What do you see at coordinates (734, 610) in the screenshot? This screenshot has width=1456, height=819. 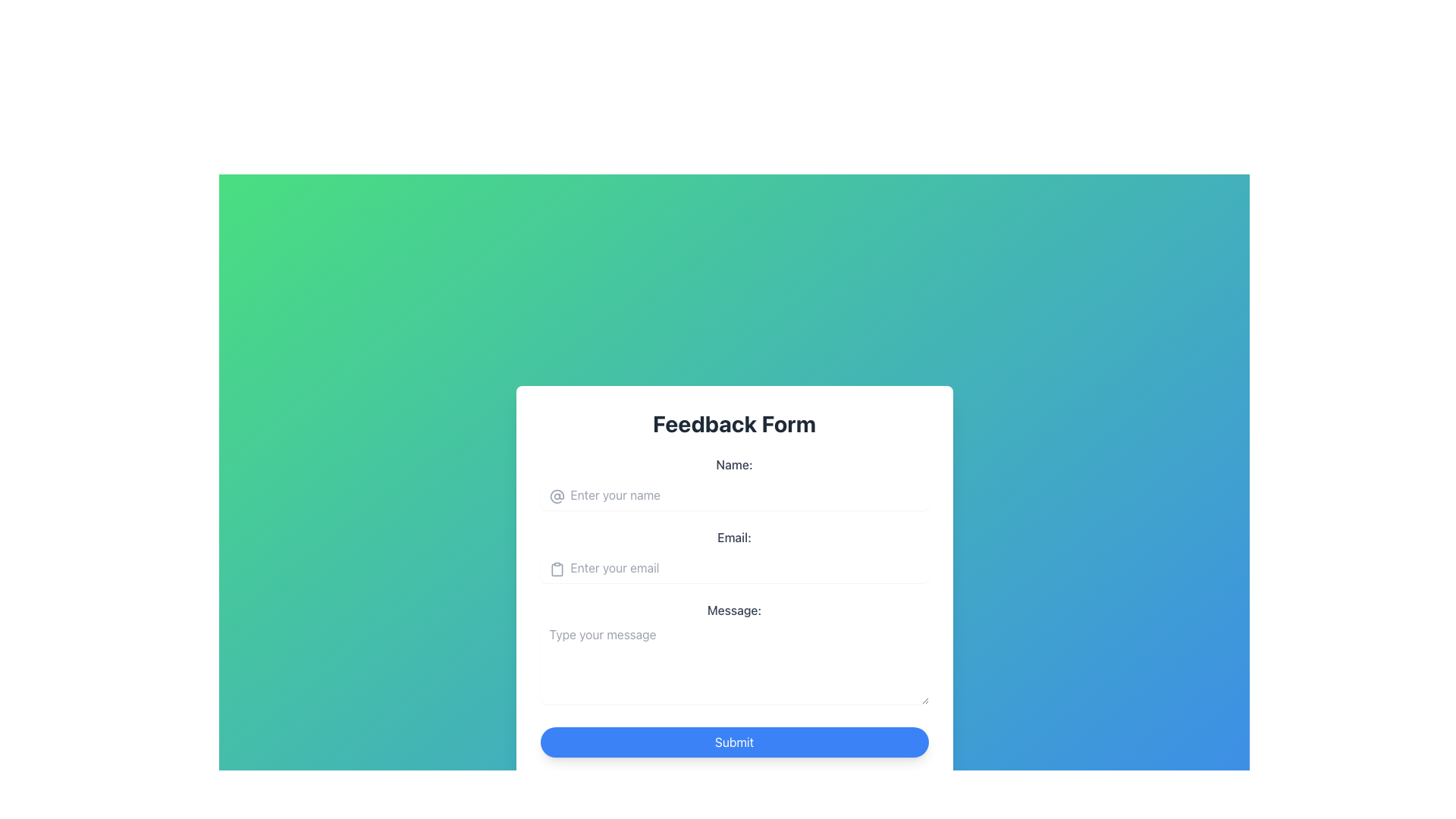 I see `the text label reading 'Message:' which is styled with a gray font and is positioned above the 'Type your message' input field in the form interface` at bounding box center [734, 610].